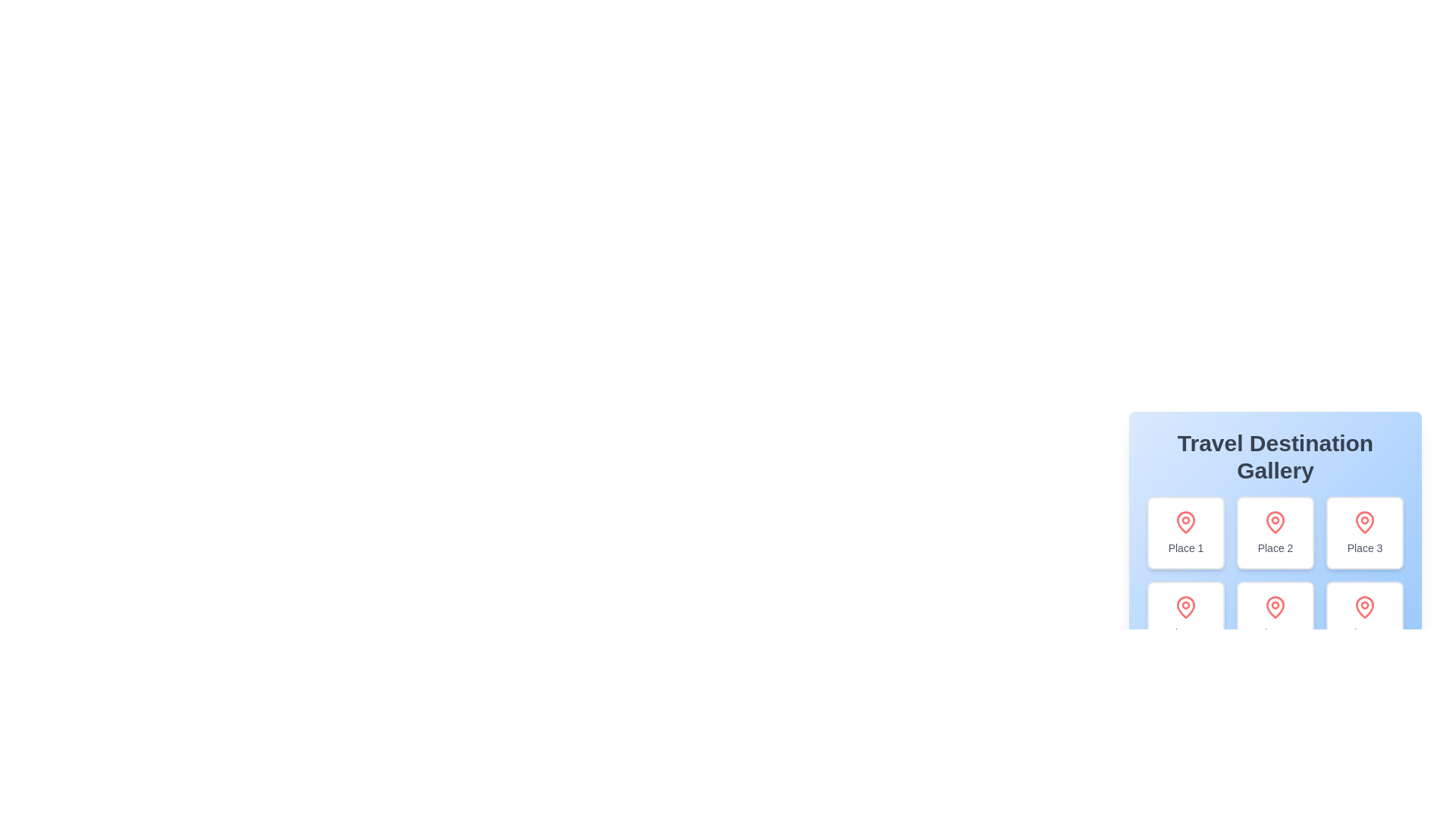 The height and width of the screenshot is (819, 1456). I want to click on the geographical location icon at the top of the 'Place 1' card in the grid, so click(1185, 522).